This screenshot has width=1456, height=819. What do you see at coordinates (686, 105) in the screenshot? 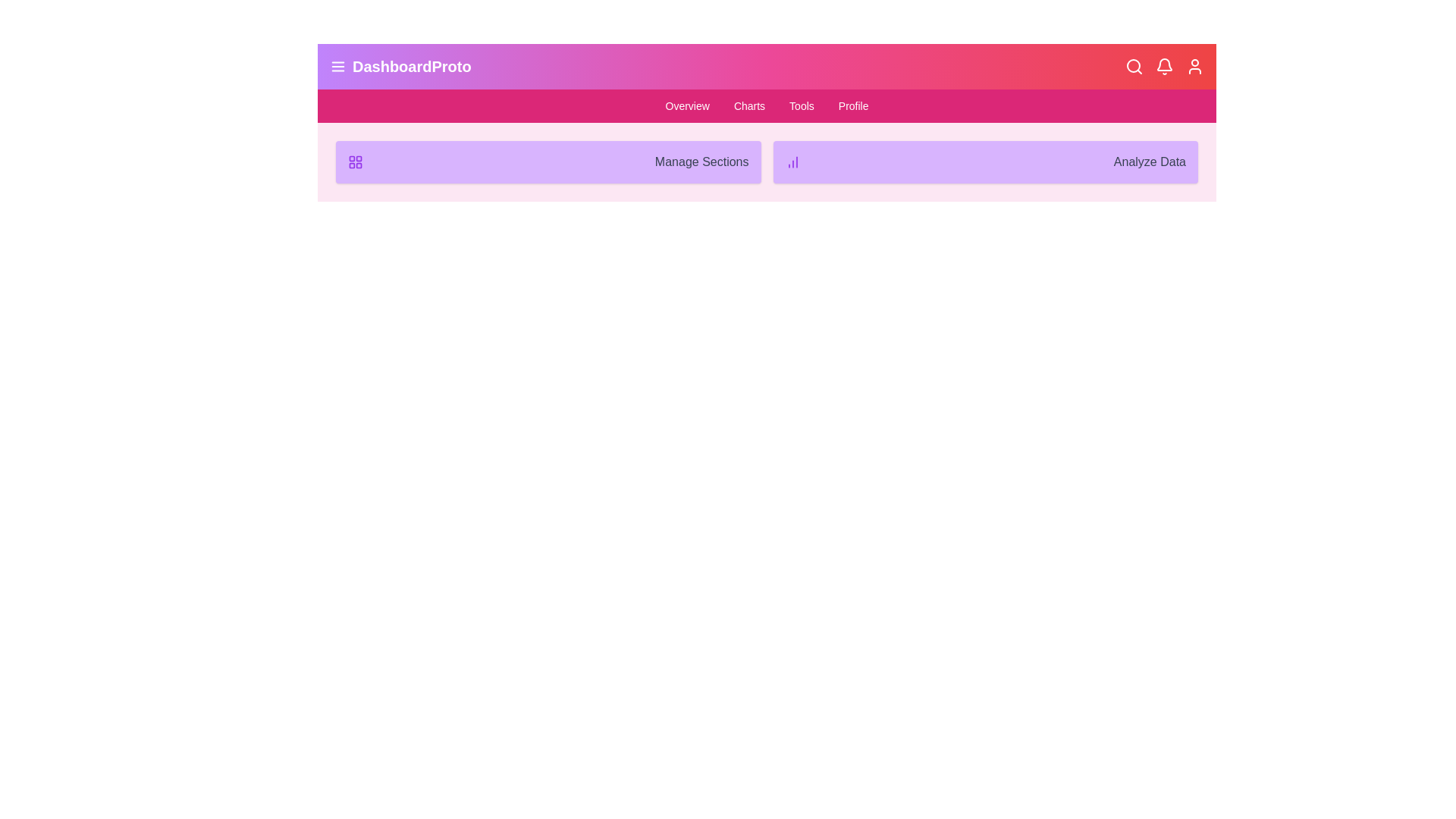
I see `the text element 'Overview' to inspect its layout` at bounding box center [686, 105].